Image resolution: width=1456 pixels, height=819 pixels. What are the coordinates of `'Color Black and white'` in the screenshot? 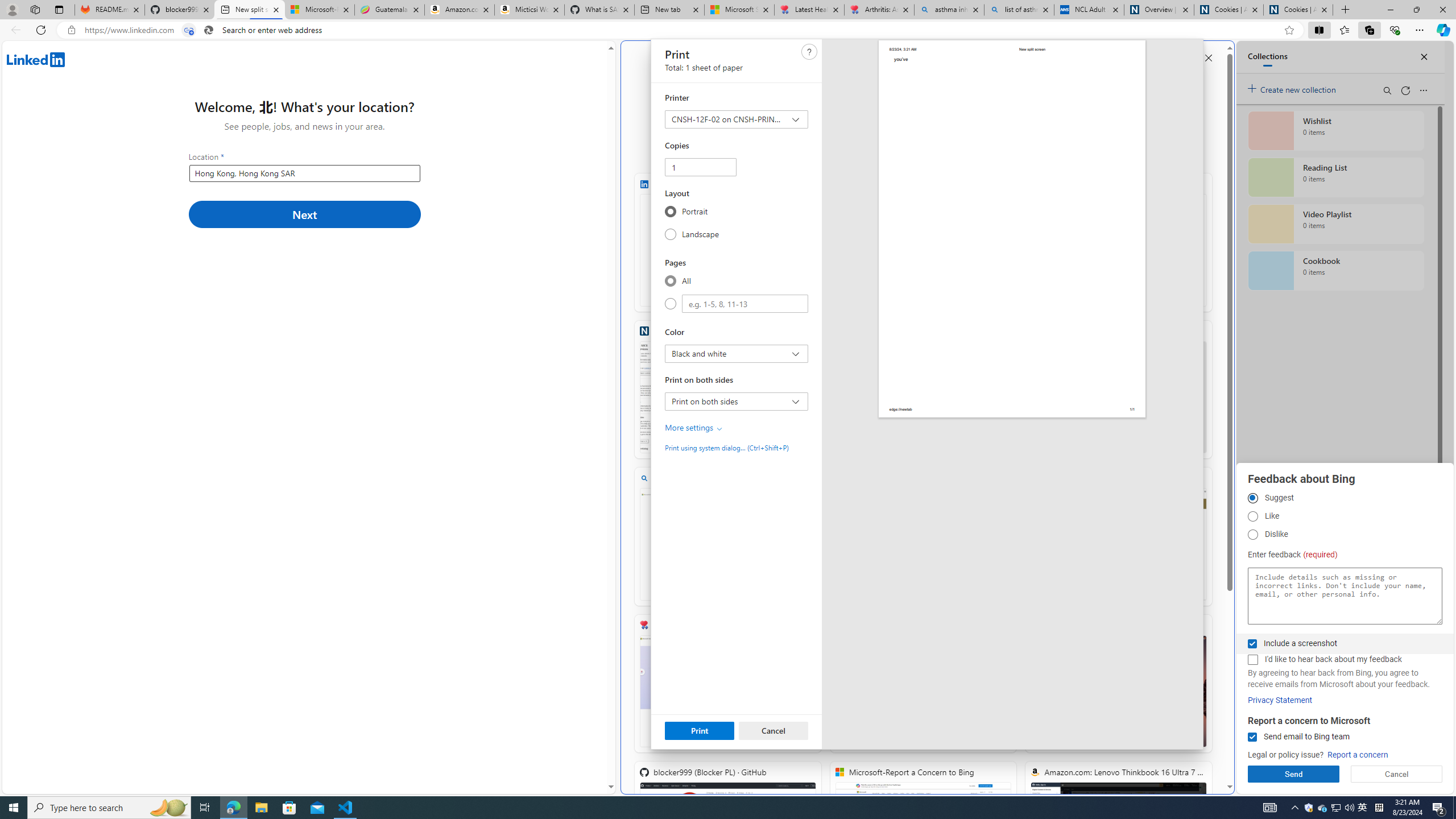 It's located at (737, 353).